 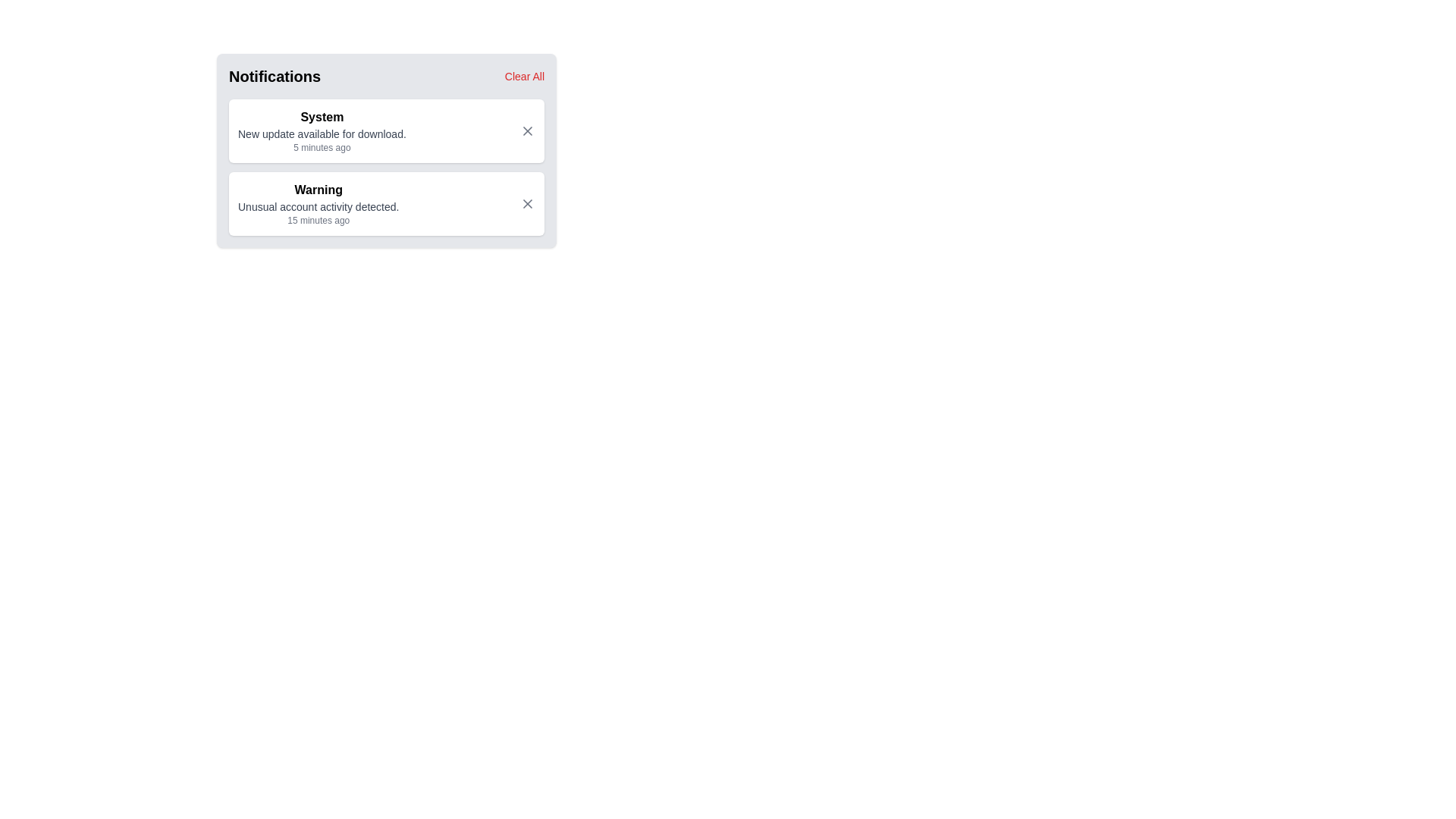 What do you see at coordinates (318, 203) in the screenshot?
I see `the 'Warning' Notification item that displays an unusual account activity message` at bounding box center [318, 203].